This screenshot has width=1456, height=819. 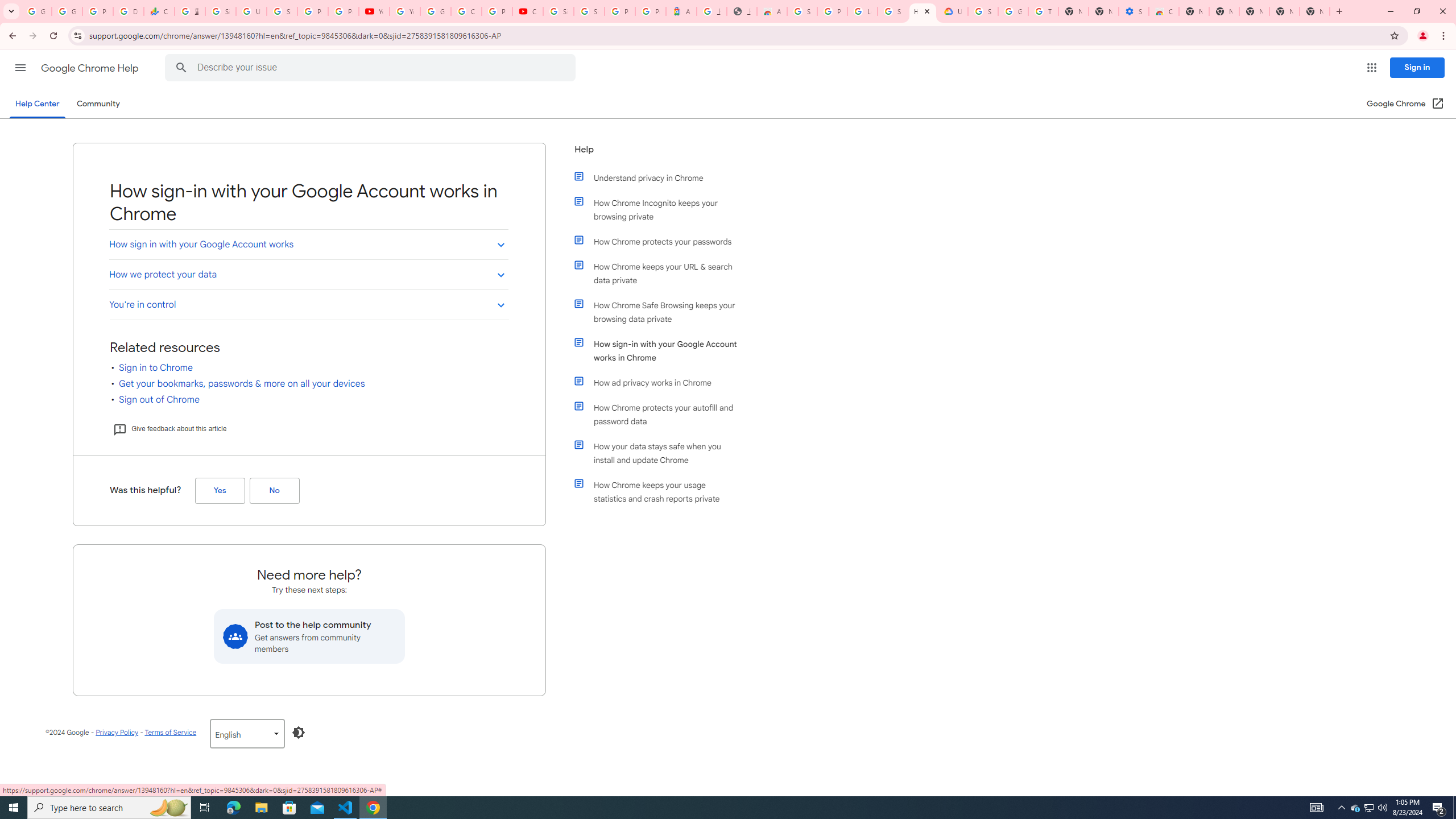 I want to click on 'Awesome Screen Recorder & Screenshot - Chrome Web Store', so click(x=771, y=11).